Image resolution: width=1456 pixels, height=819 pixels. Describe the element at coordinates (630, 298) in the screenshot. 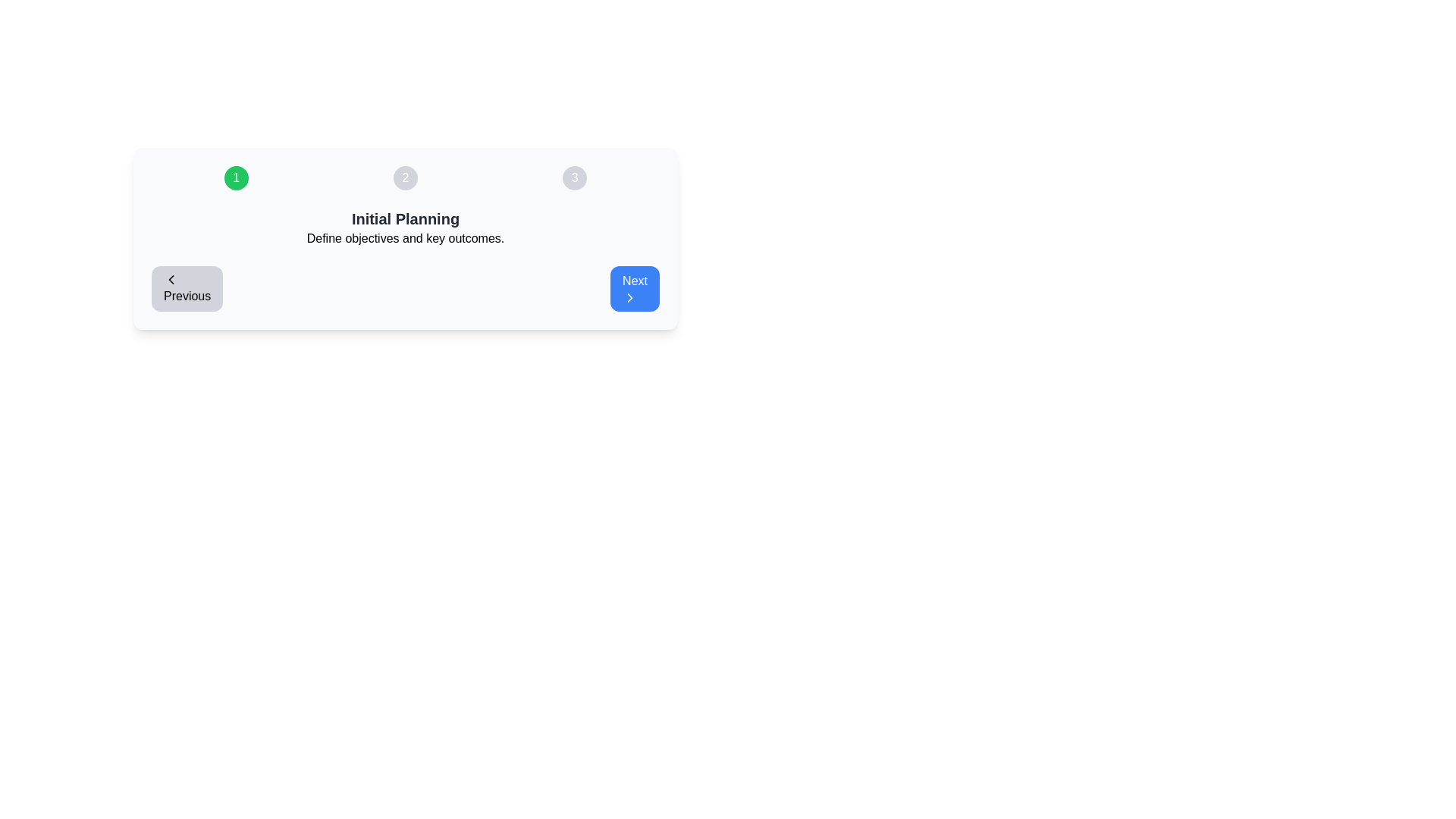

I see `the chevron-shaped graphical icon within the 'Next' button located at the bottom-right corner of the main frame` at that location.